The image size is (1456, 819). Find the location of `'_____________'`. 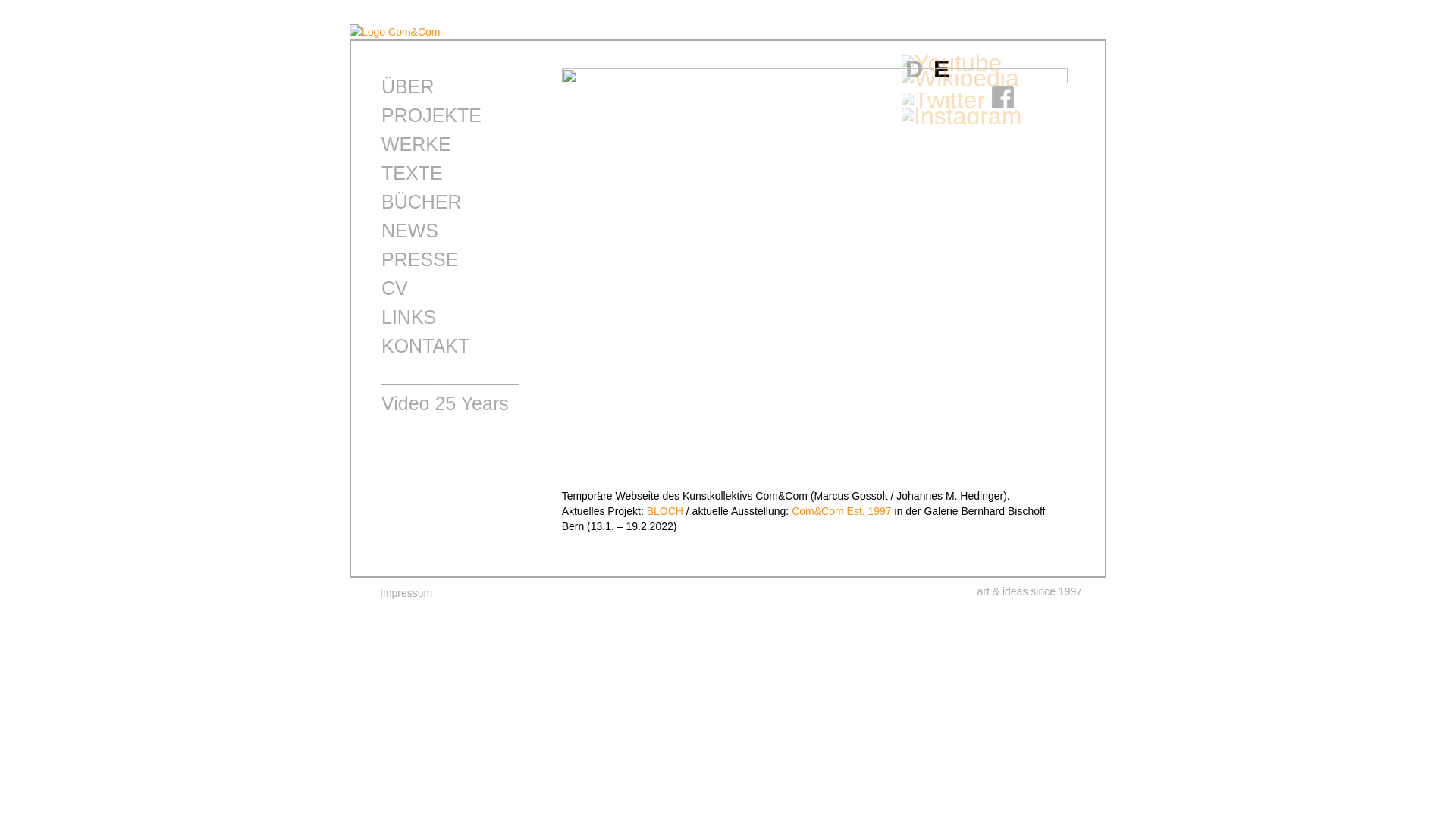

'_____________' is located at coordinates (381, 374).